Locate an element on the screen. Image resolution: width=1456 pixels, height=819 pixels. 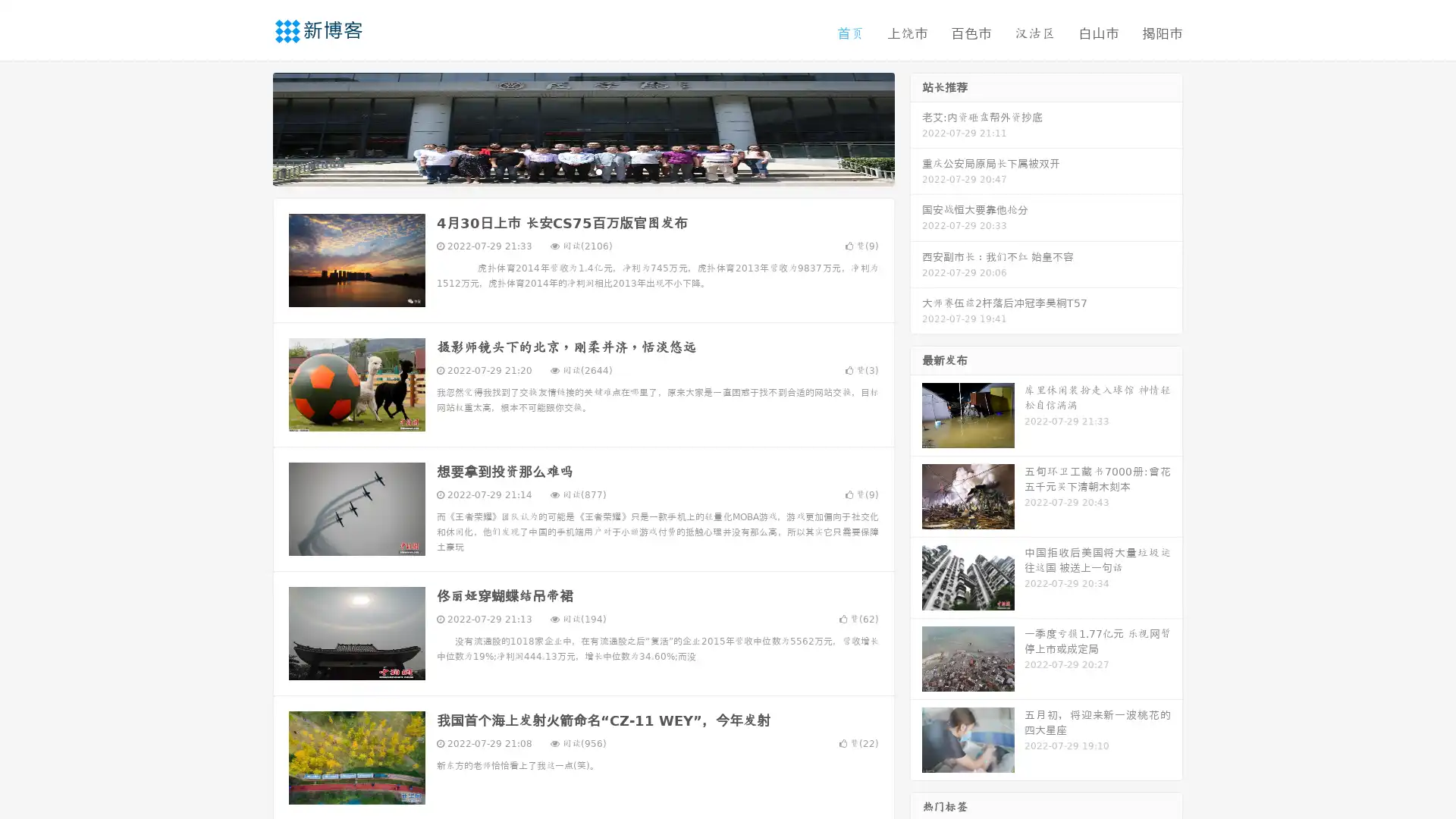
Go to slide 2 is located at coordinates (582, 171).